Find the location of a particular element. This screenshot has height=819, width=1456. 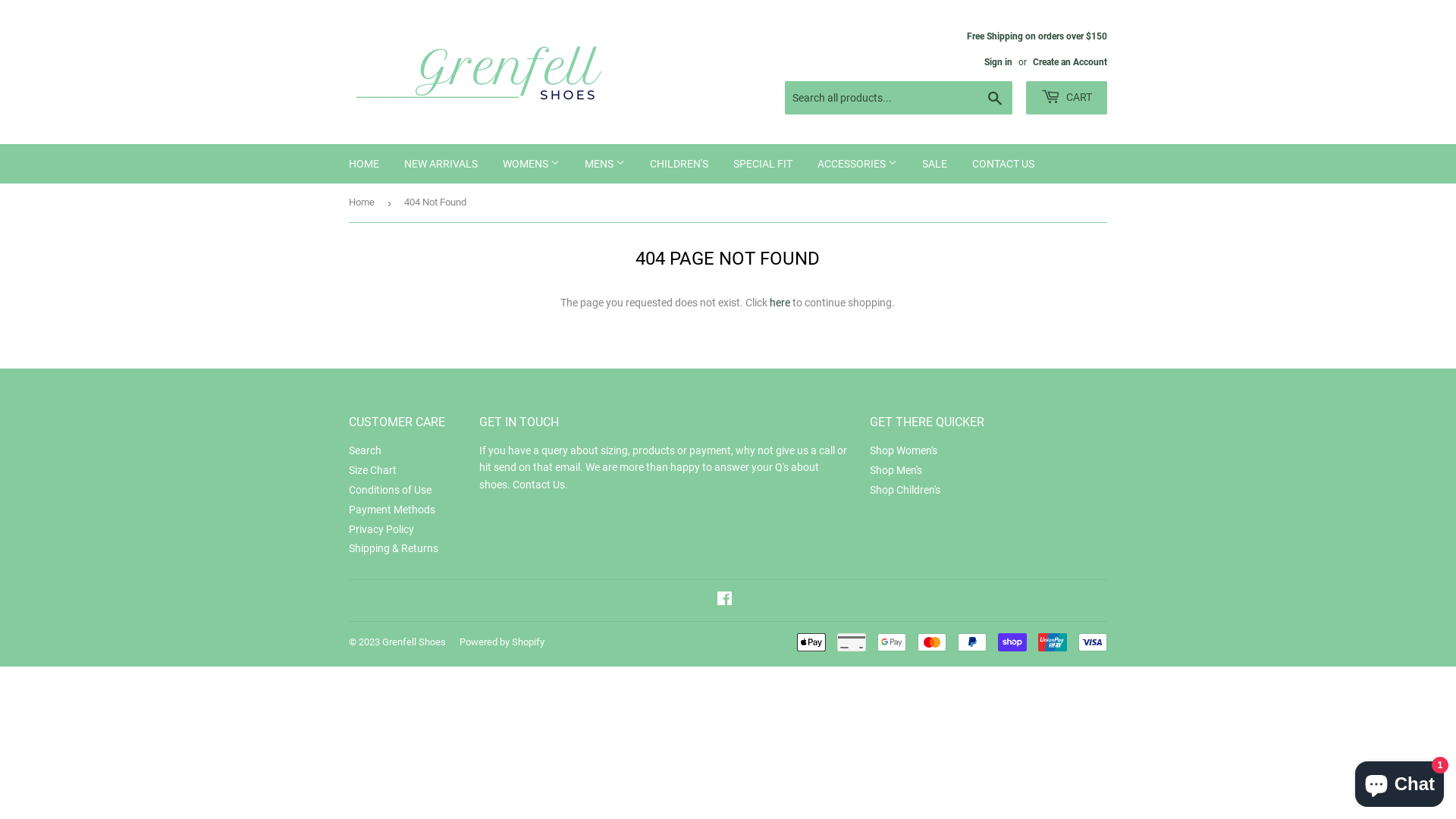

'ACCESSORIES' is located at coordinates (805, 164).